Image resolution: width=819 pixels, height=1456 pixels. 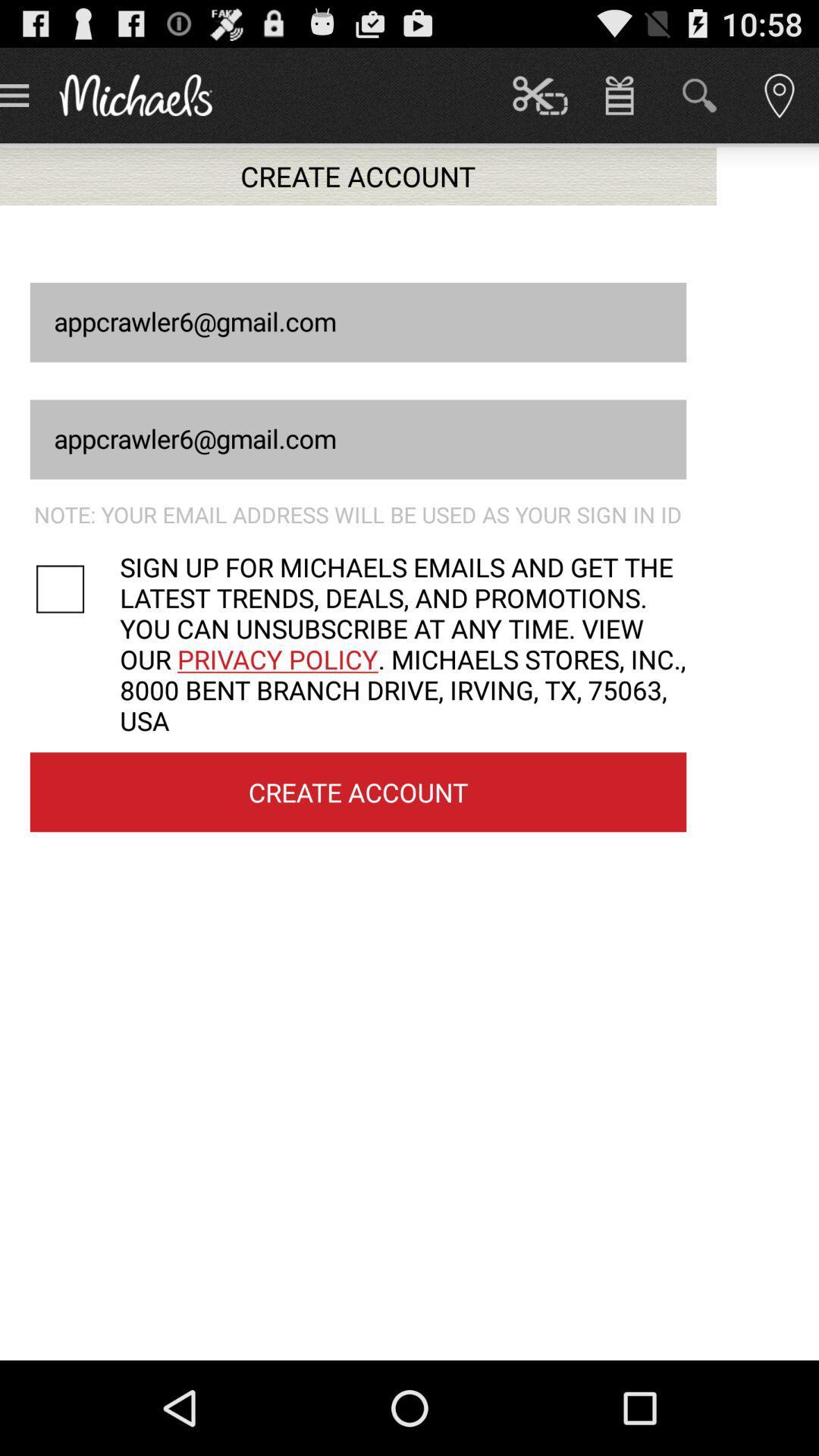 What do you see at coordinates (75, 588) in the screenshot?
I see `check box for emails` at bounding box center [75, 588].